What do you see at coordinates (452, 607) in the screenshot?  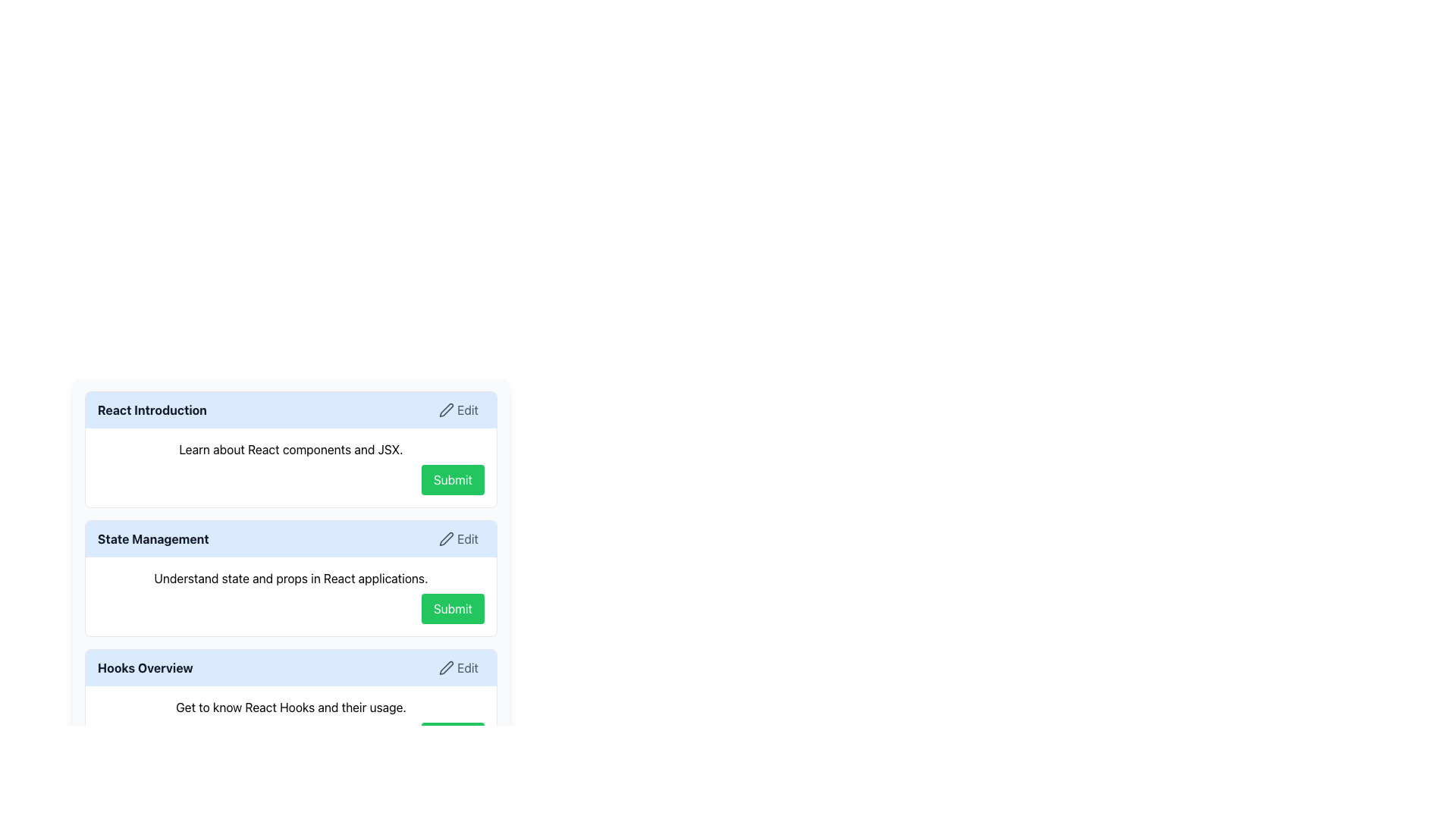 I see `the 'Submit' button with a green background and white bold text` at bounding box center [452, 607].